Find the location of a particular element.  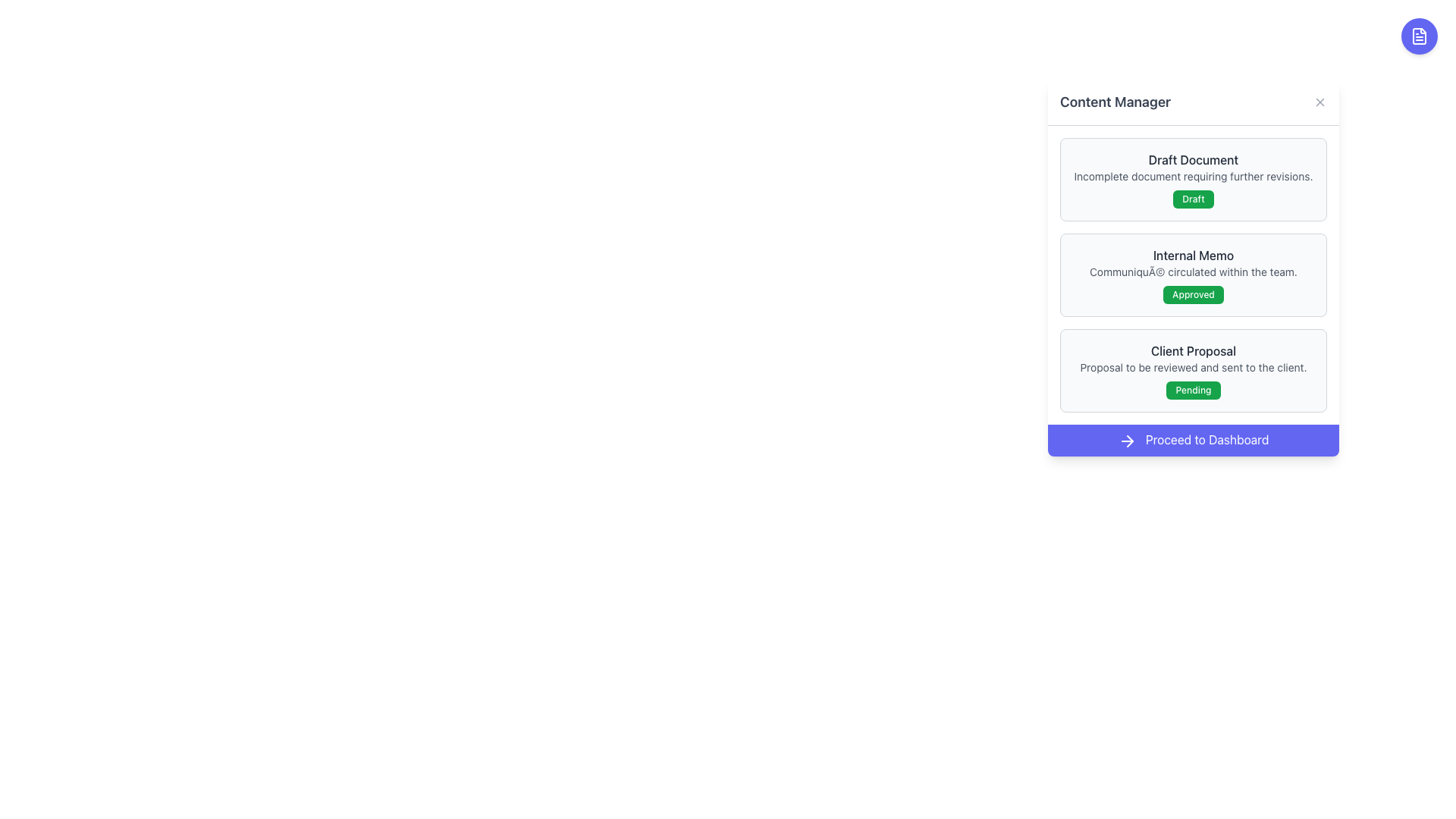

the small rectangular button-like component with a green background and bold white text 'Pending' located in the 'Client Proposal' section of the 'Content Manager' panel is located at coordinates (1193, 390).